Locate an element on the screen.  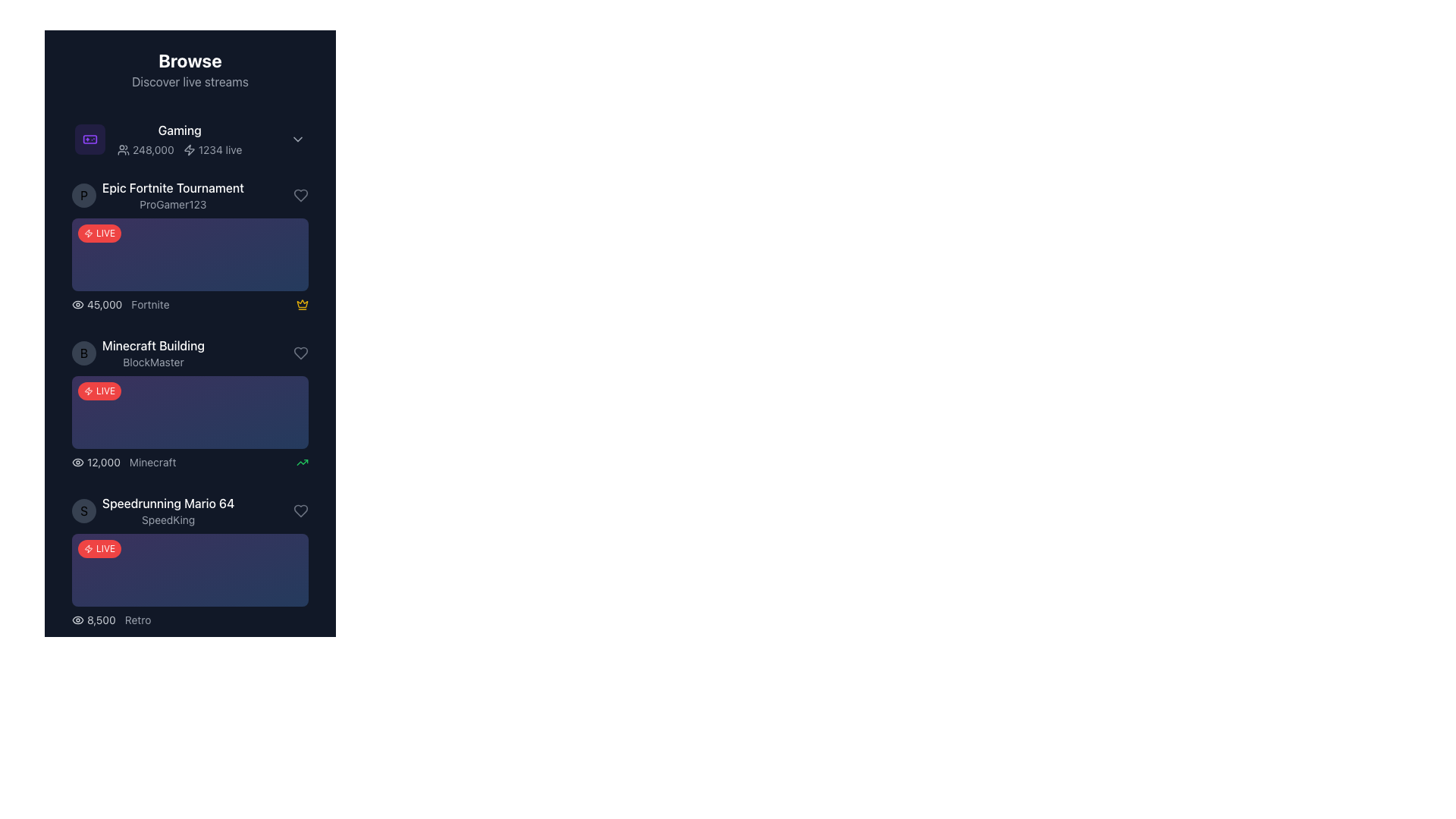
the Text with Icon displaying the numerical value '248,000' located under the 'Gaming' title, which is positioned to the left of the '1234 live' element and has a user icon beside it is located at coordinates (146, 149).